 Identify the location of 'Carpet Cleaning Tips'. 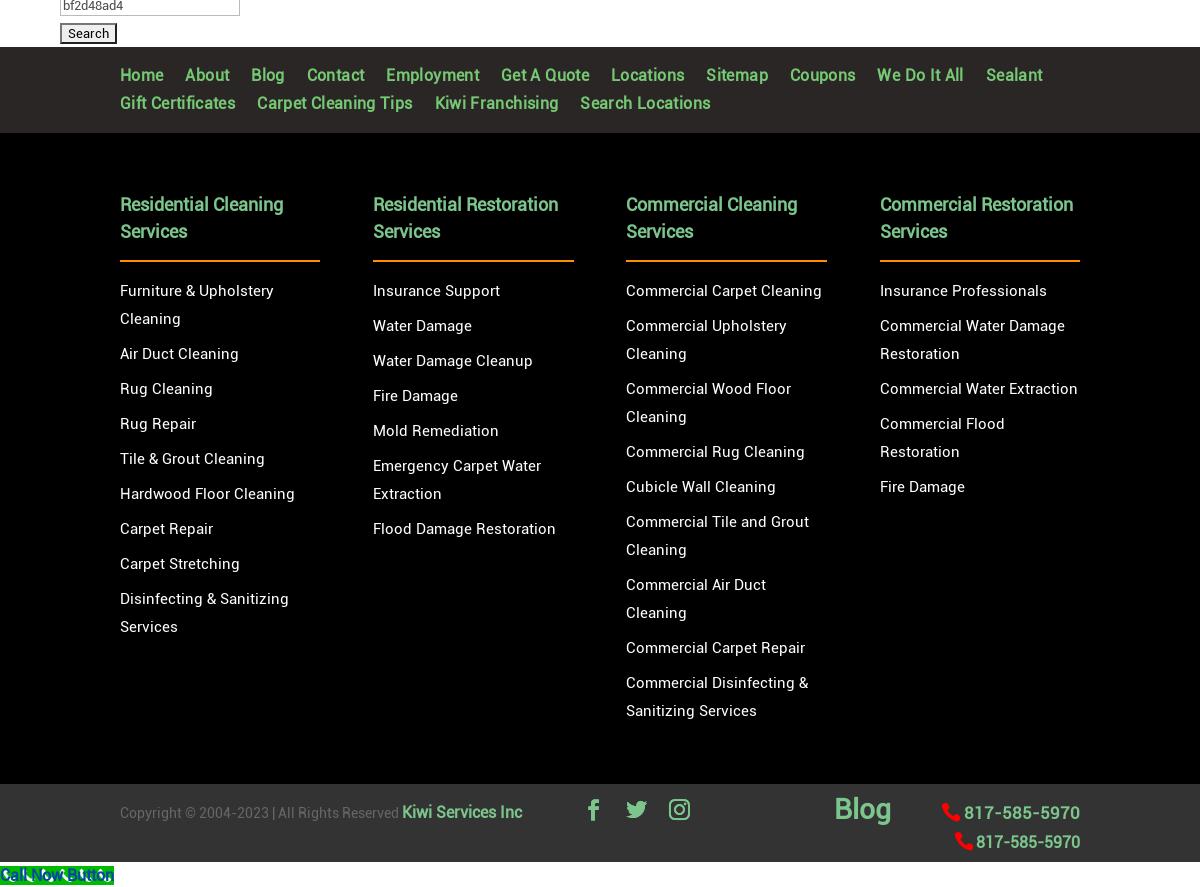
(324, 103).